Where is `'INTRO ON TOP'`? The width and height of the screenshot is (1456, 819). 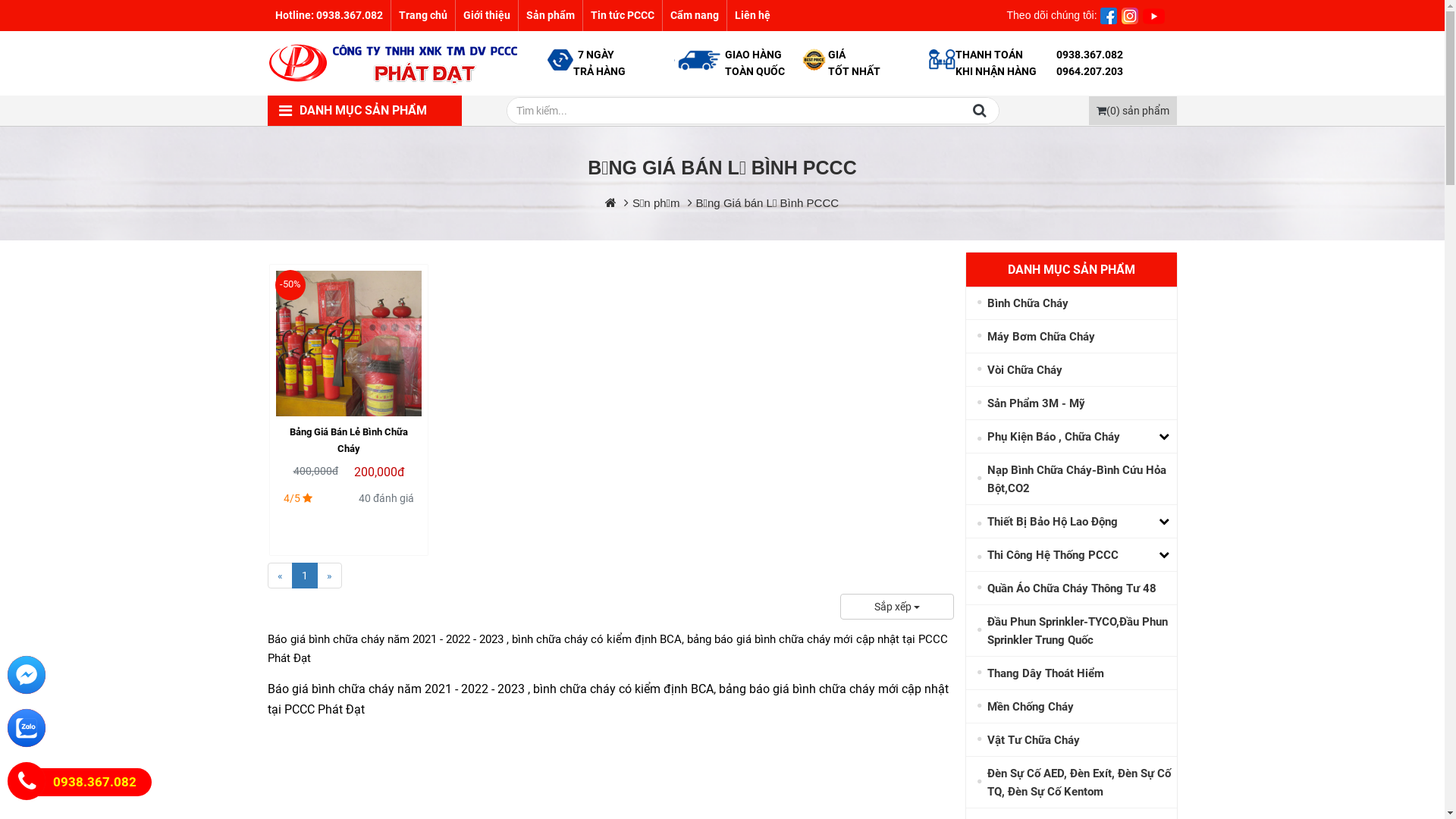 'INTRO ON TOP' is located at coordinates (1121, 15).